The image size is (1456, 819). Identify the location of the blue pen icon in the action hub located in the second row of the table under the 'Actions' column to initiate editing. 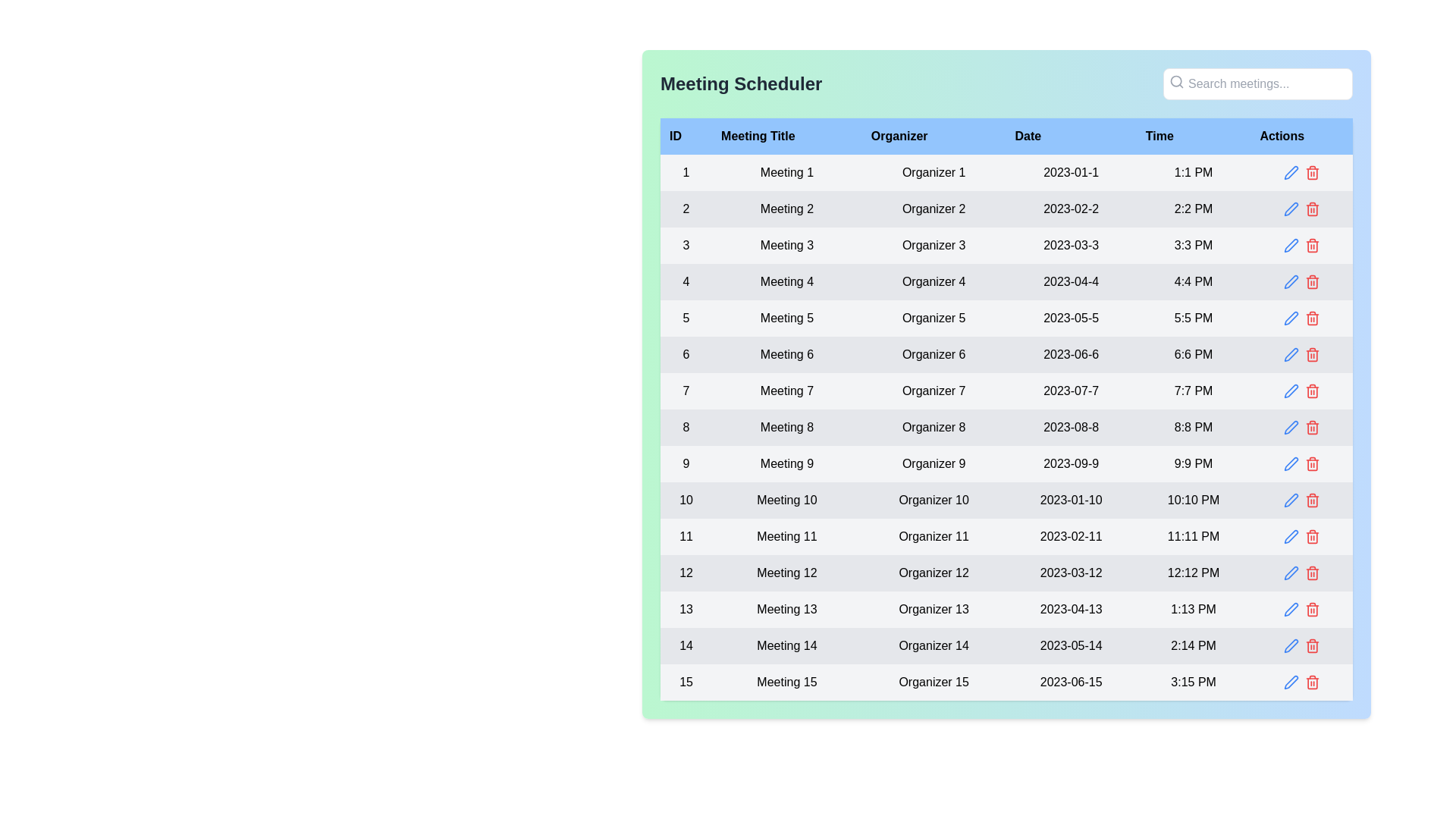
(1301, 209).